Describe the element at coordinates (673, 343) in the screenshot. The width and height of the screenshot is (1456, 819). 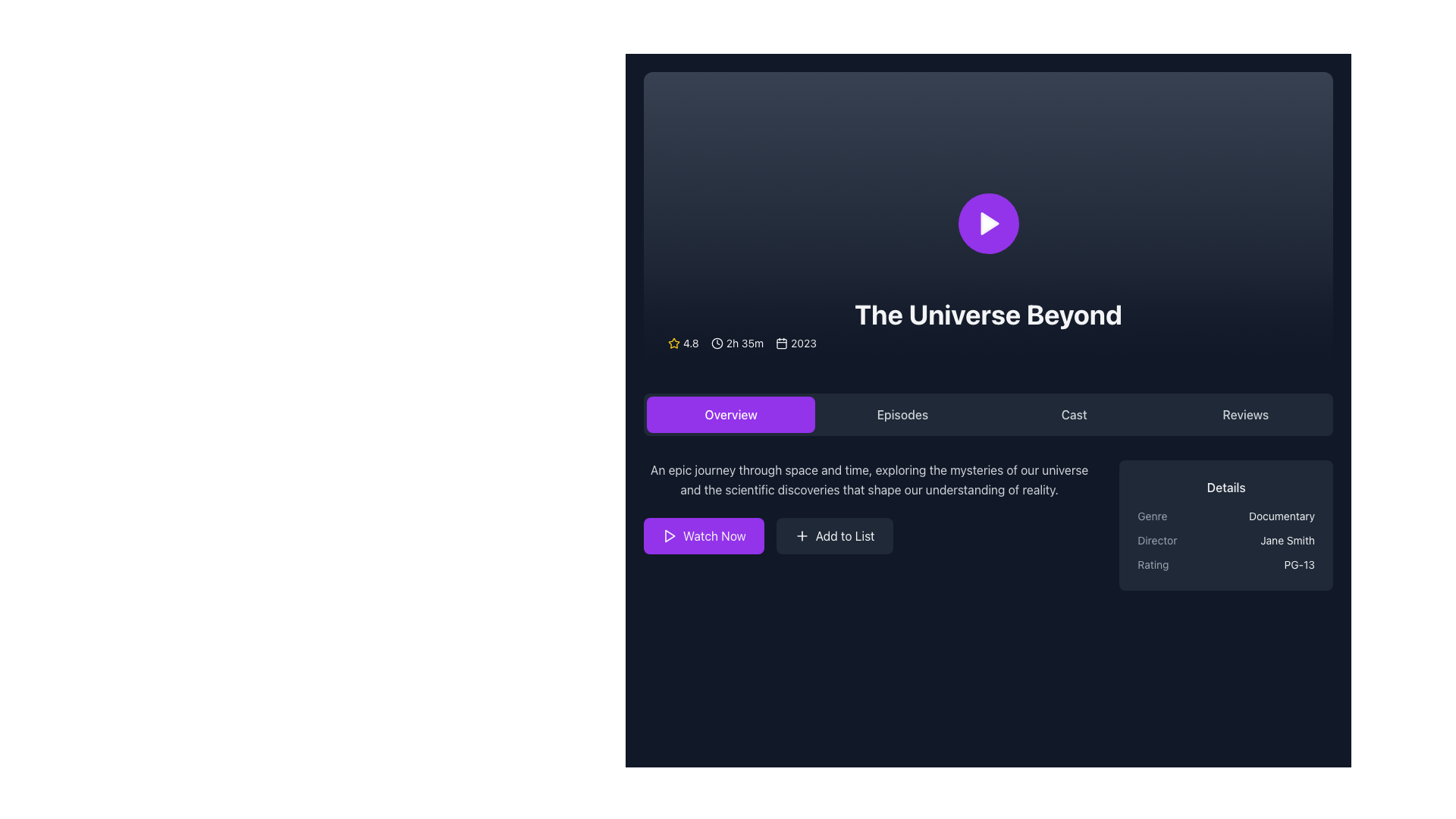
I see `the decorative star icon with a yellow border representing an active rating, which is located immediately before the numeric '4.8' rating label` at that location.